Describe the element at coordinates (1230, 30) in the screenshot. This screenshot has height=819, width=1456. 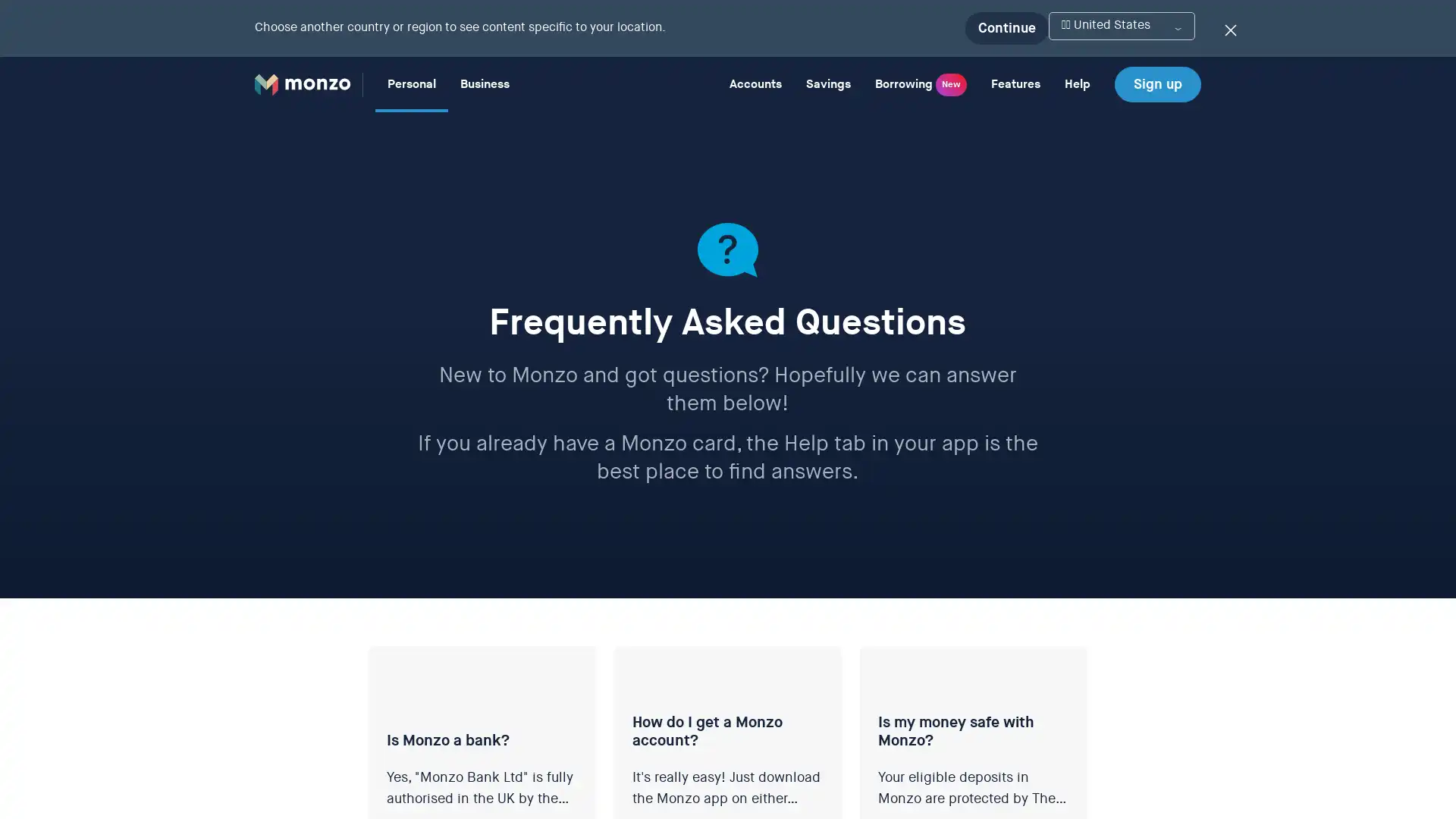
I see `Dismiss the location switcher banner` at that location.